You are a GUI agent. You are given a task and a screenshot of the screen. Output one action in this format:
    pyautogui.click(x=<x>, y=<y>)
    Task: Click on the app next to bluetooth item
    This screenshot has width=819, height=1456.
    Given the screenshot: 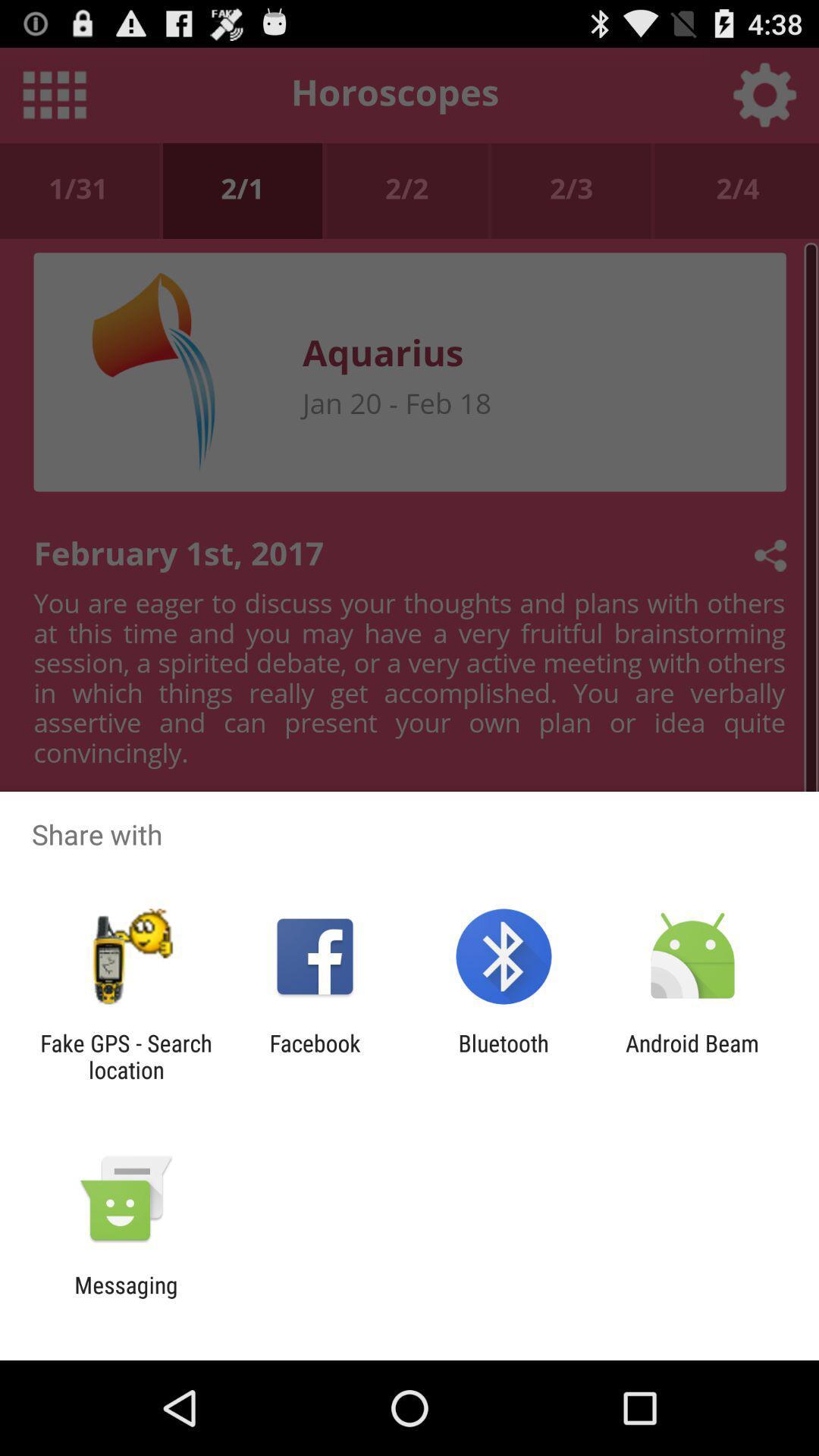 What is the action you would take?
    pyautogui.click(x=692, y=1056)
    